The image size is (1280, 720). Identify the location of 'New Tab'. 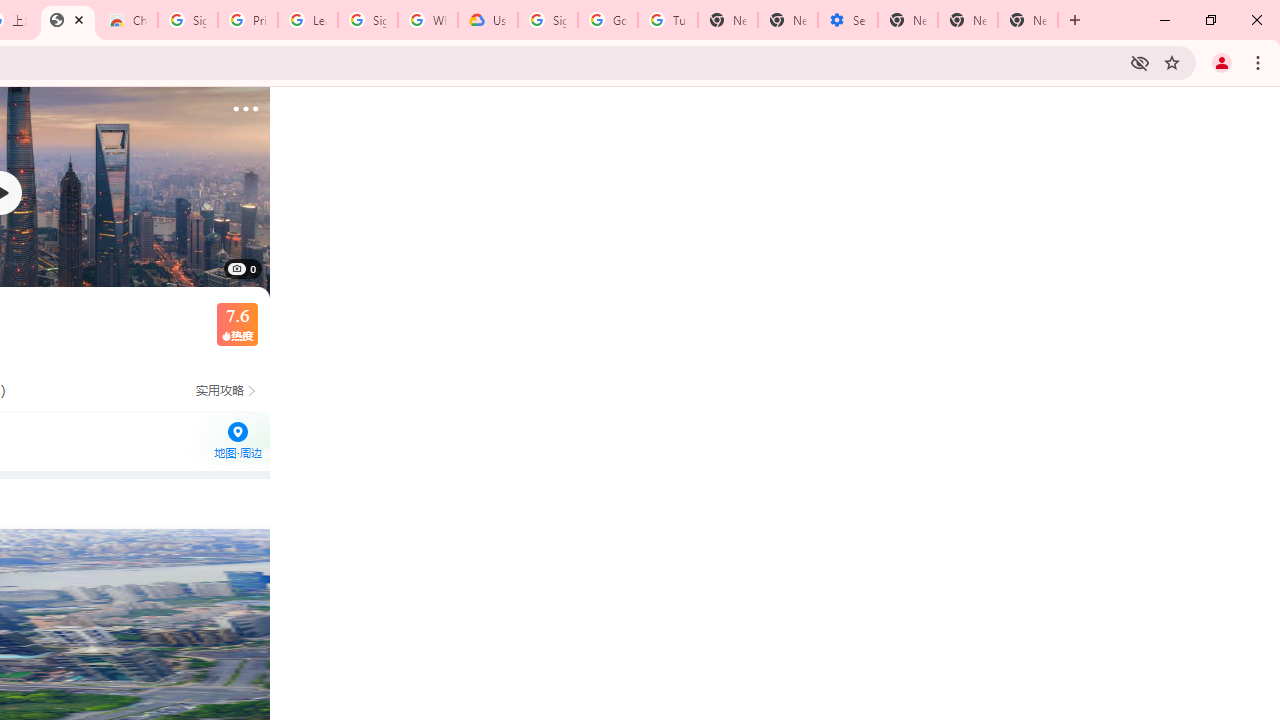
(1074, 20).